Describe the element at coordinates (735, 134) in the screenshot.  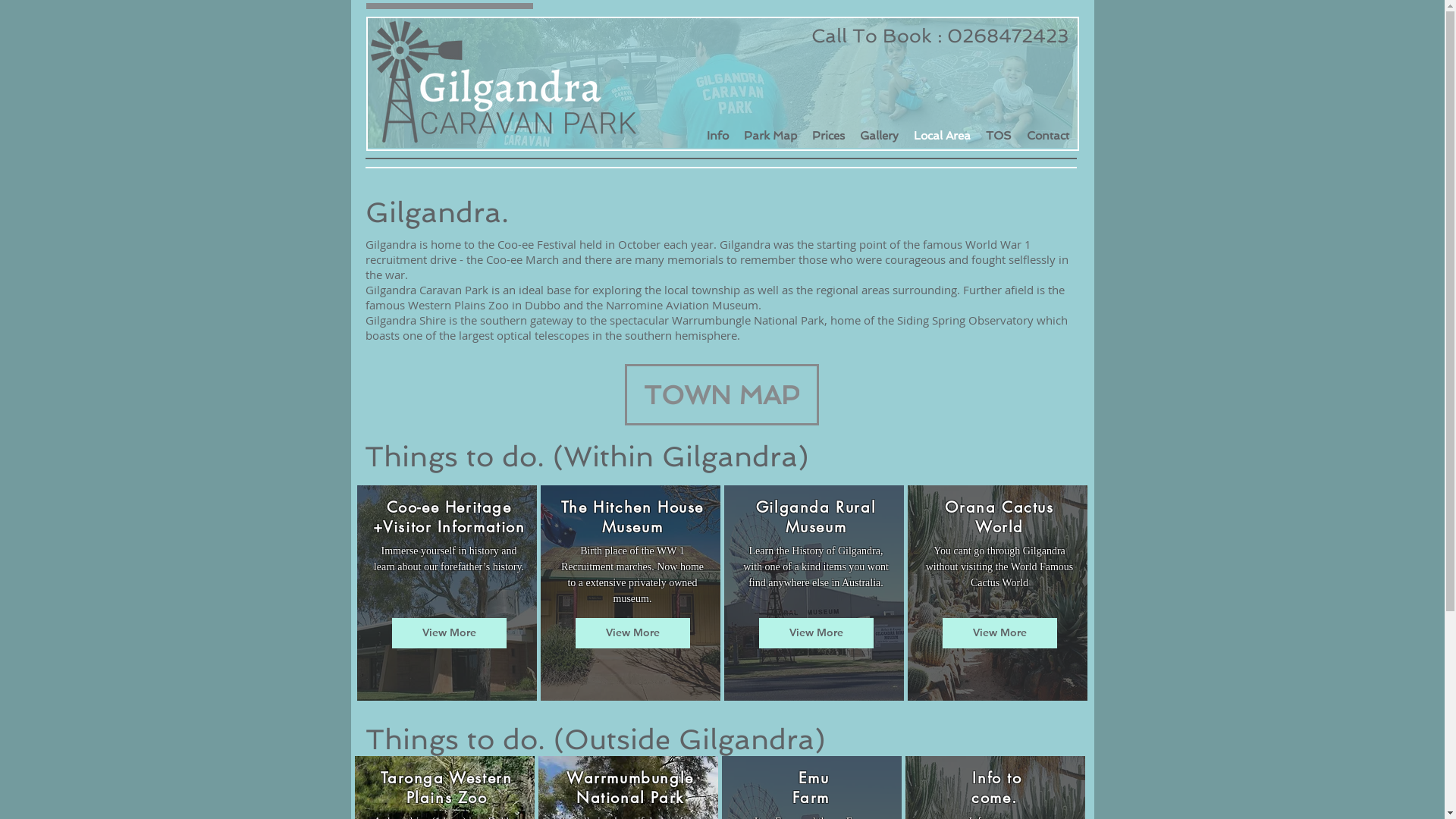
I see `'Park Map'` at that location.